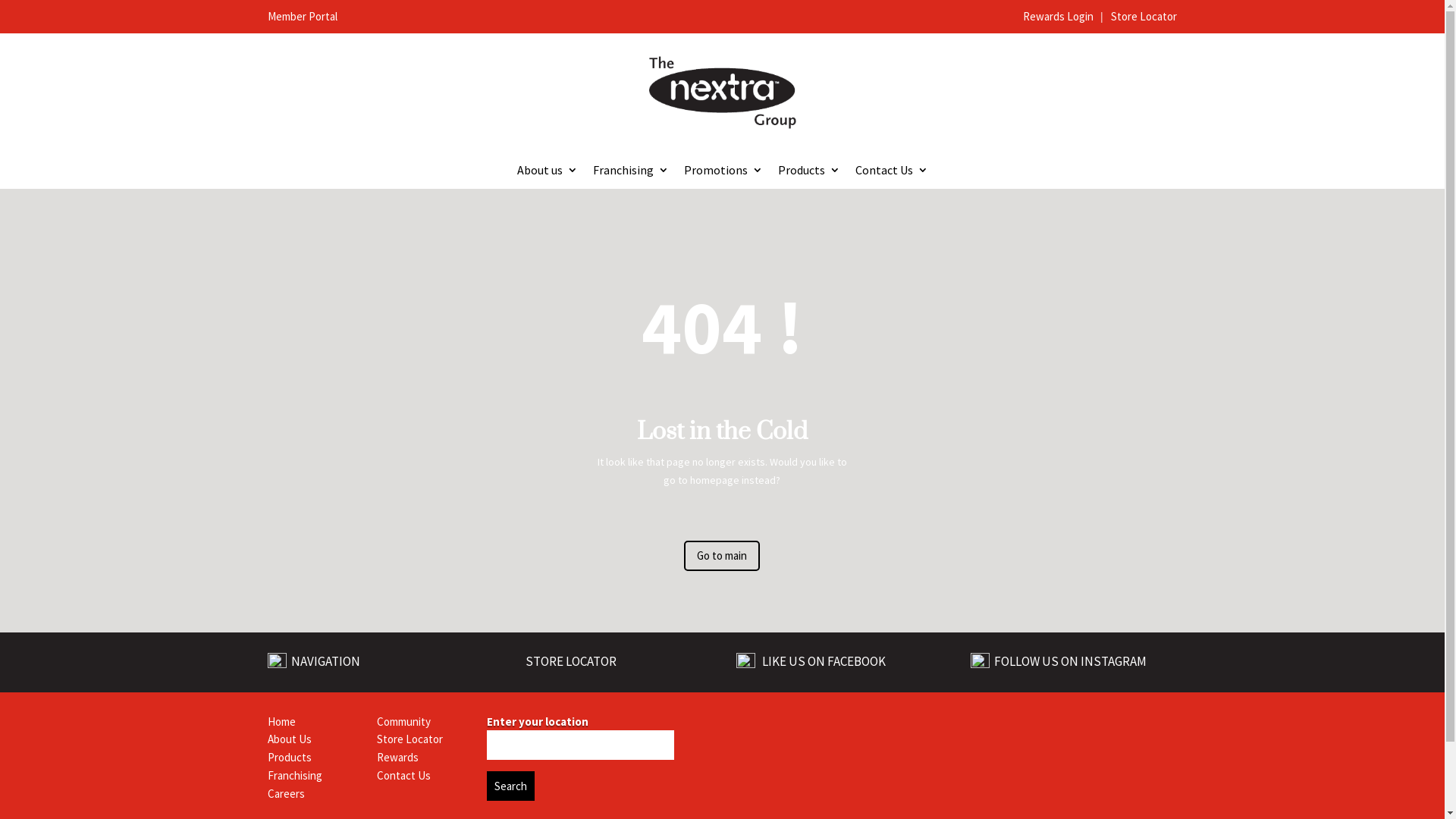 Image resolution: width=1456 pixels, height=819 pixels. What do you see at coordinates (720, 93) in the screenshot?
I see `'nextra_logo'` at bounding box center [720, 93].